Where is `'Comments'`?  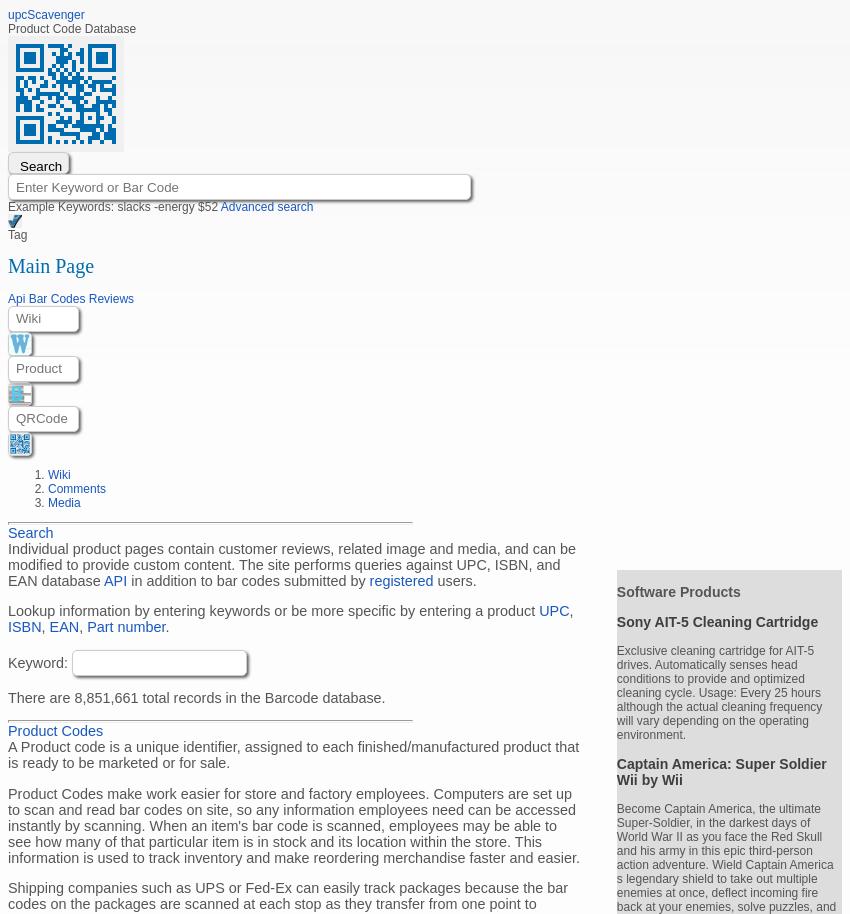
'Comments' is located at coordinates (77, 487).